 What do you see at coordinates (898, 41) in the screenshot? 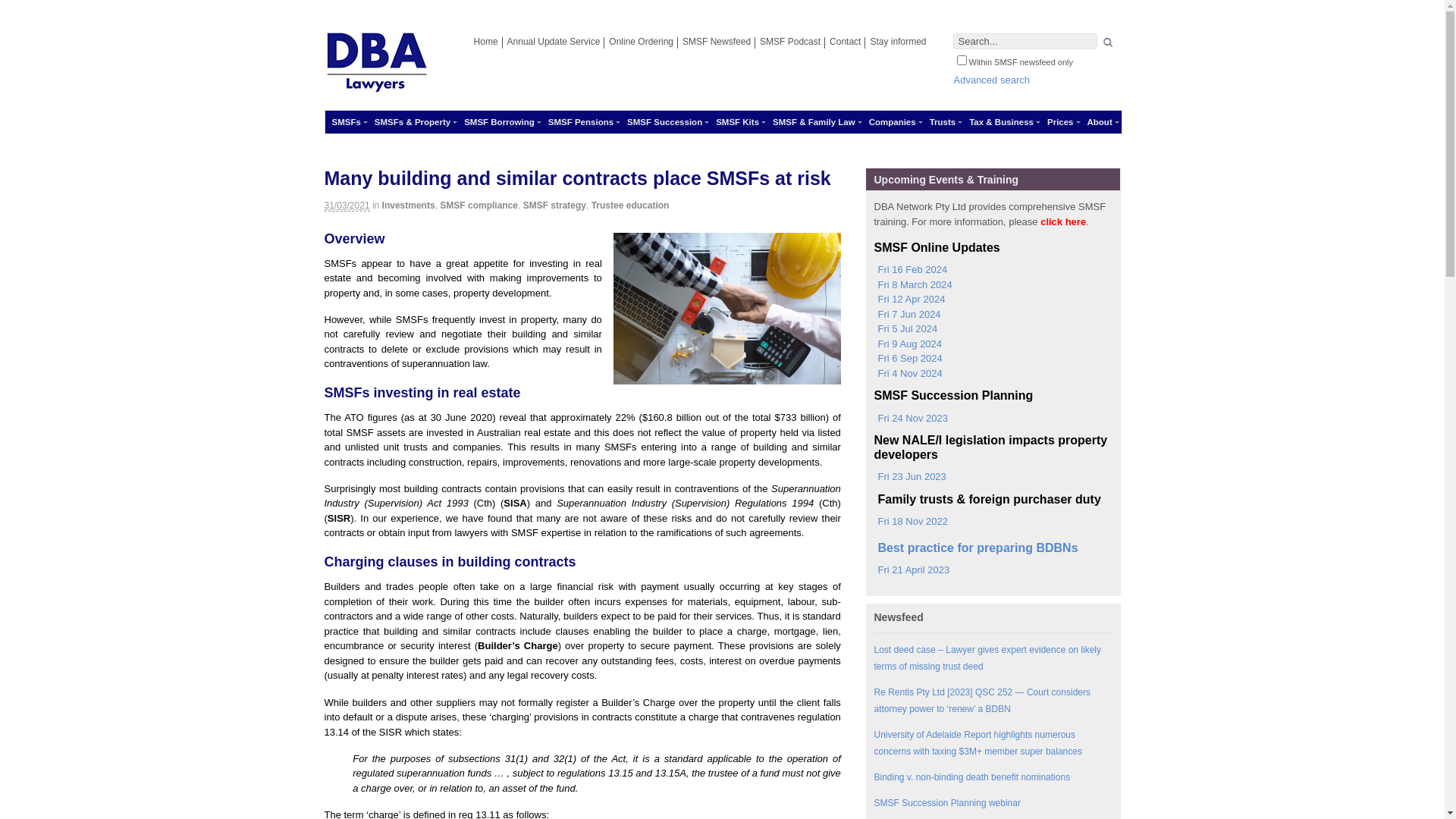
I see `'Stay informed'` at bounding box center [898, 41].